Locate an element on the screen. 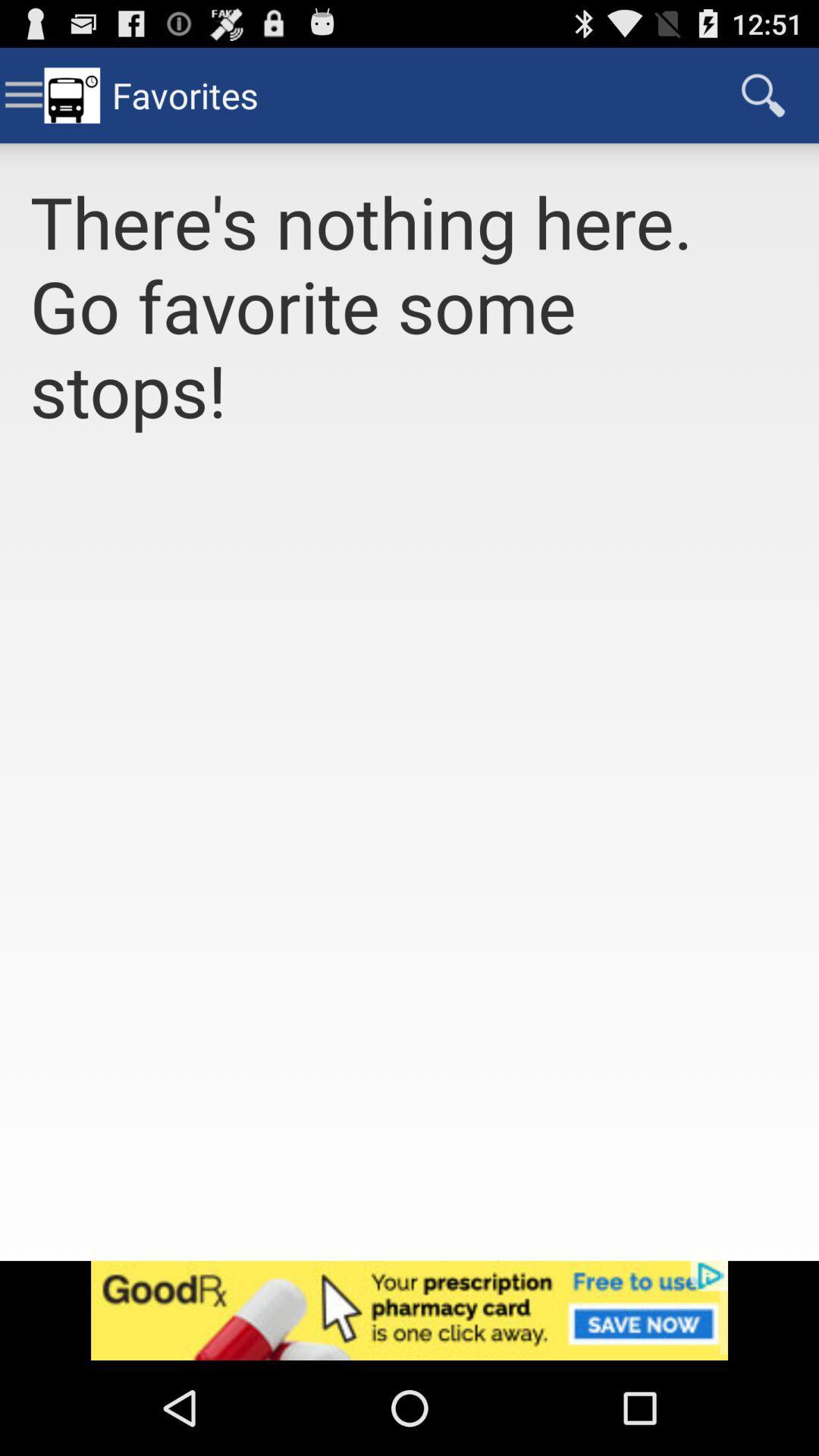 Image resolution: width=819 pixels, height=1456 pixels. advertisement is located at coordinates (409, 1310).